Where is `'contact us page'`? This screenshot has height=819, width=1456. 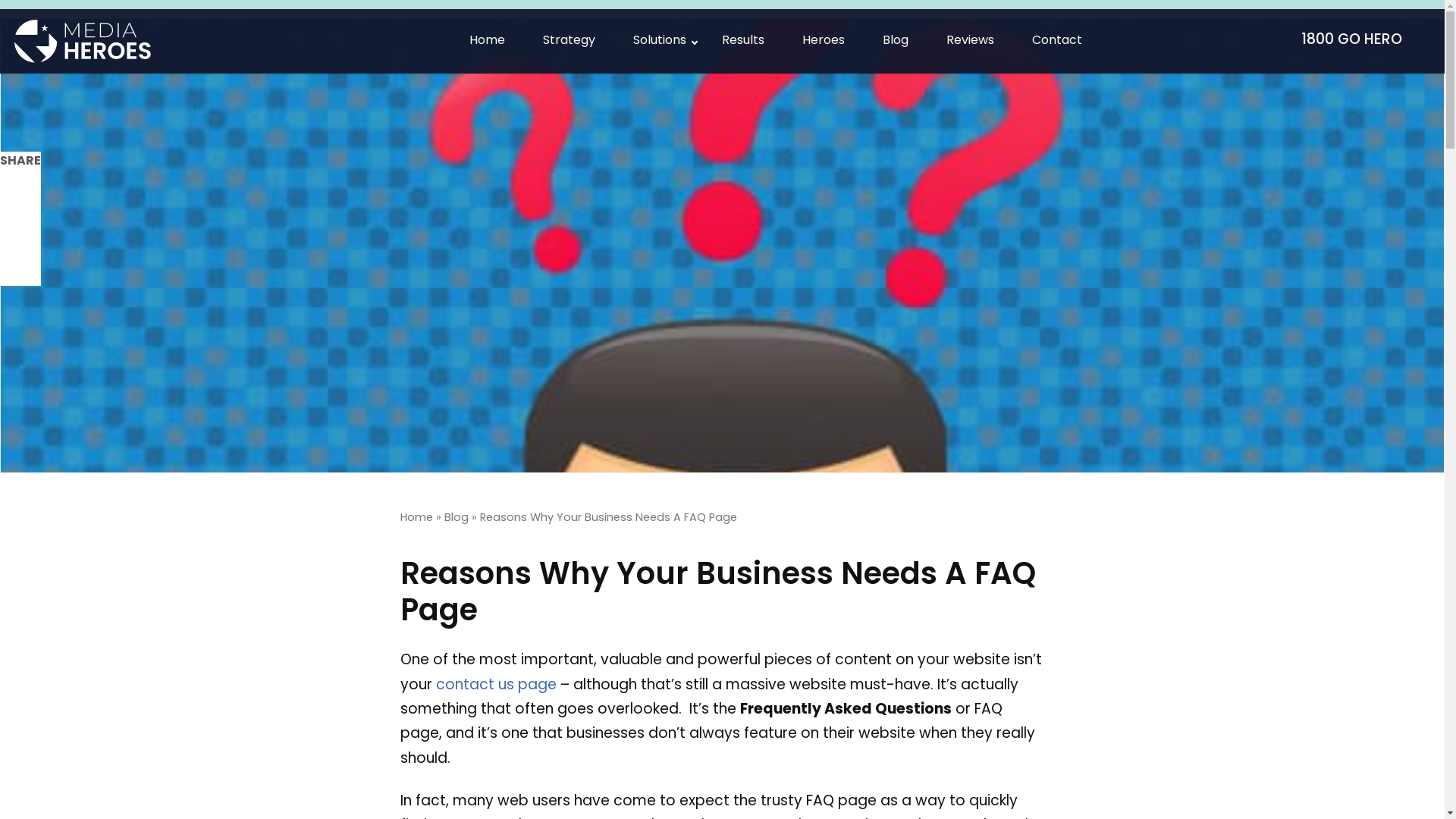
'contact us page' is located at coordinates (435, 686).